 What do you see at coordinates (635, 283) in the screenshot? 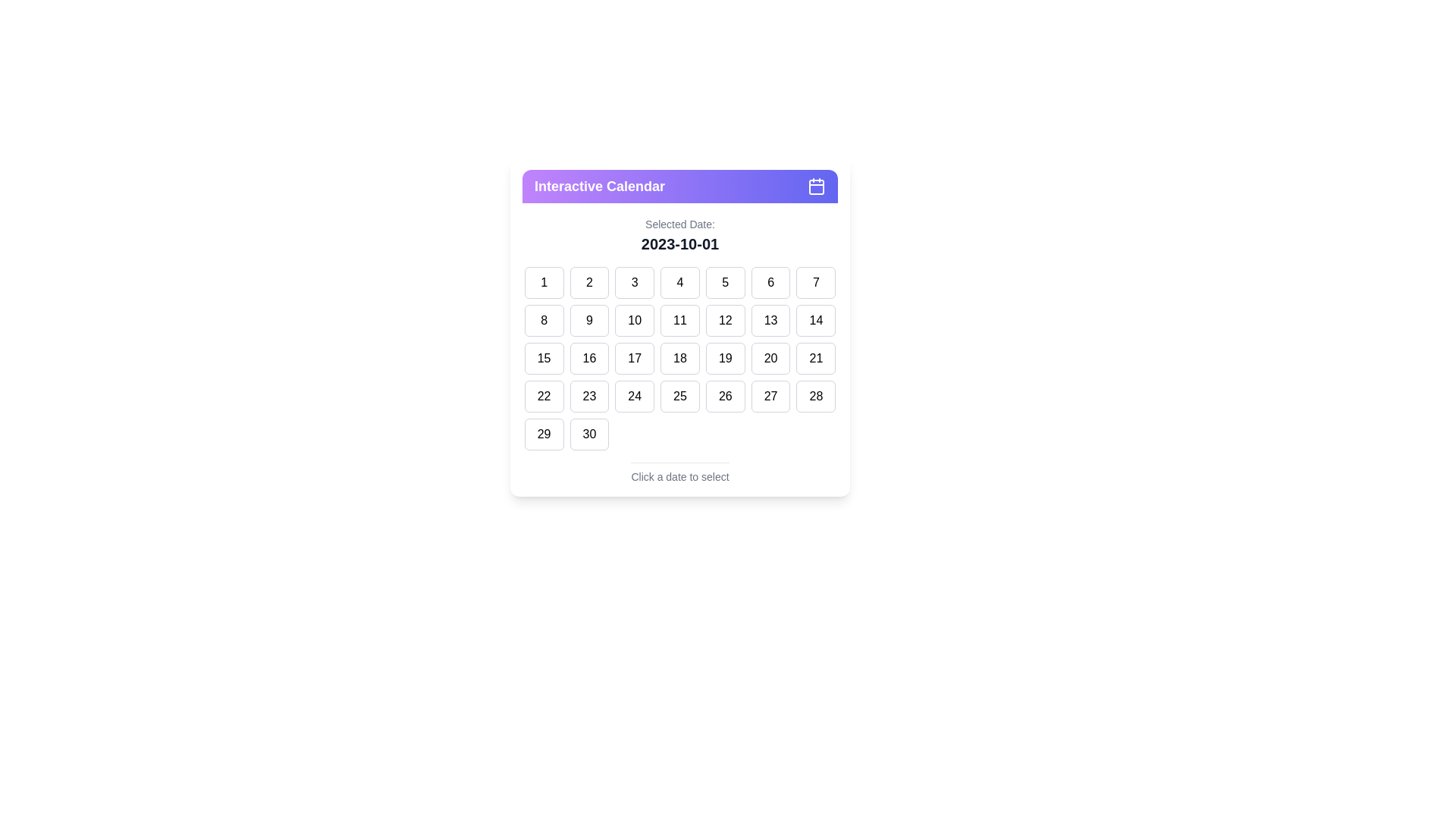
I see `the button labeled '3', which is a rectangular button with a light-gray border and white background, located` at bounding box center [635, 283].